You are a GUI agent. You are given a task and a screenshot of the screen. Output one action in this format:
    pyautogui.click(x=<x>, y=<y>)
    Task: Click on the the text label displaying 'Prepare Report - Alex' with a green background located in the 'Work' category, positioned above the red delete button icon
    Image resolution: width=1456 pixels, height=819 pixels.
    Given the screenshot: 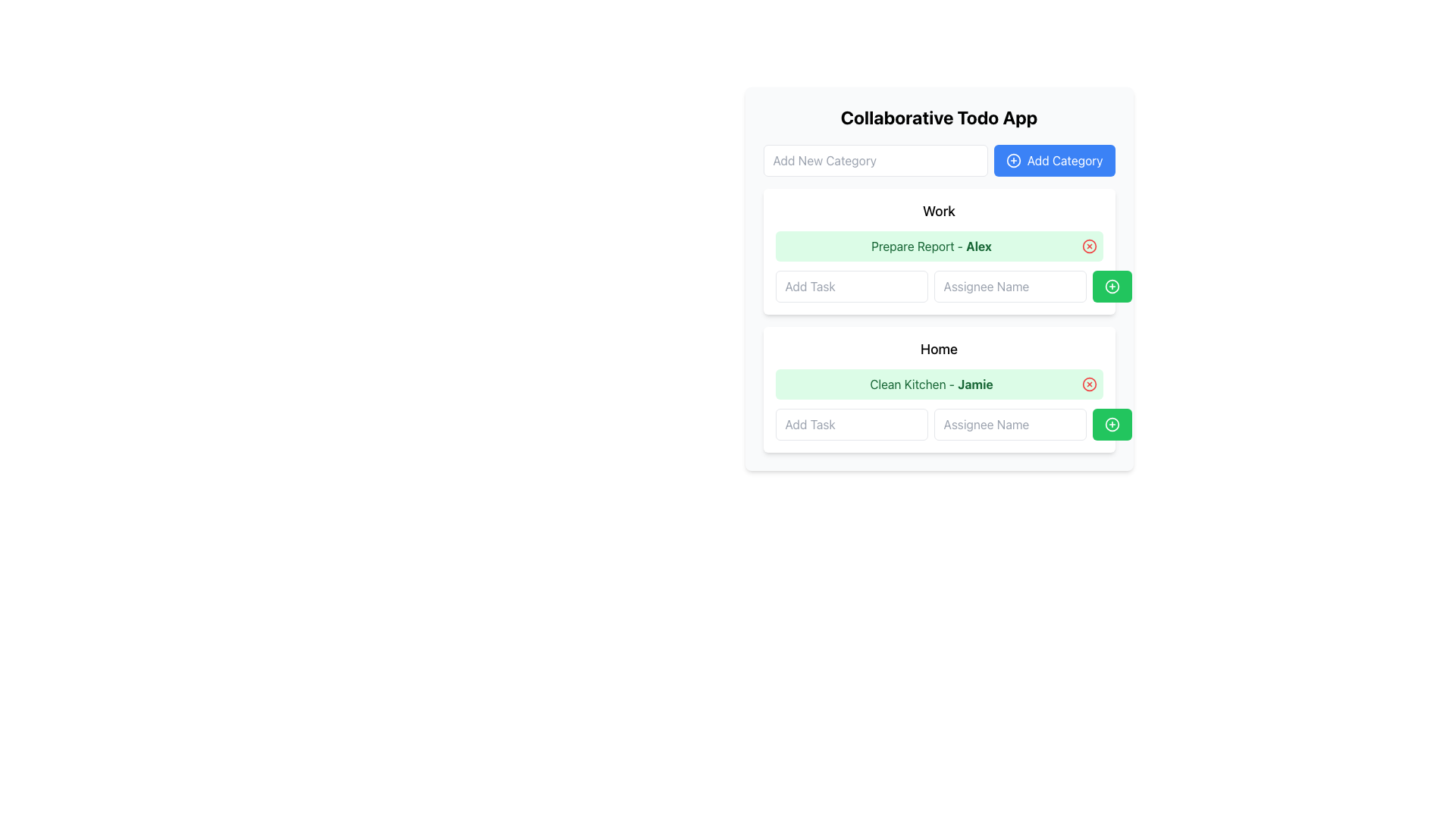 What is the action you would take?
    pyautogui.click(x=930, y=245)
    